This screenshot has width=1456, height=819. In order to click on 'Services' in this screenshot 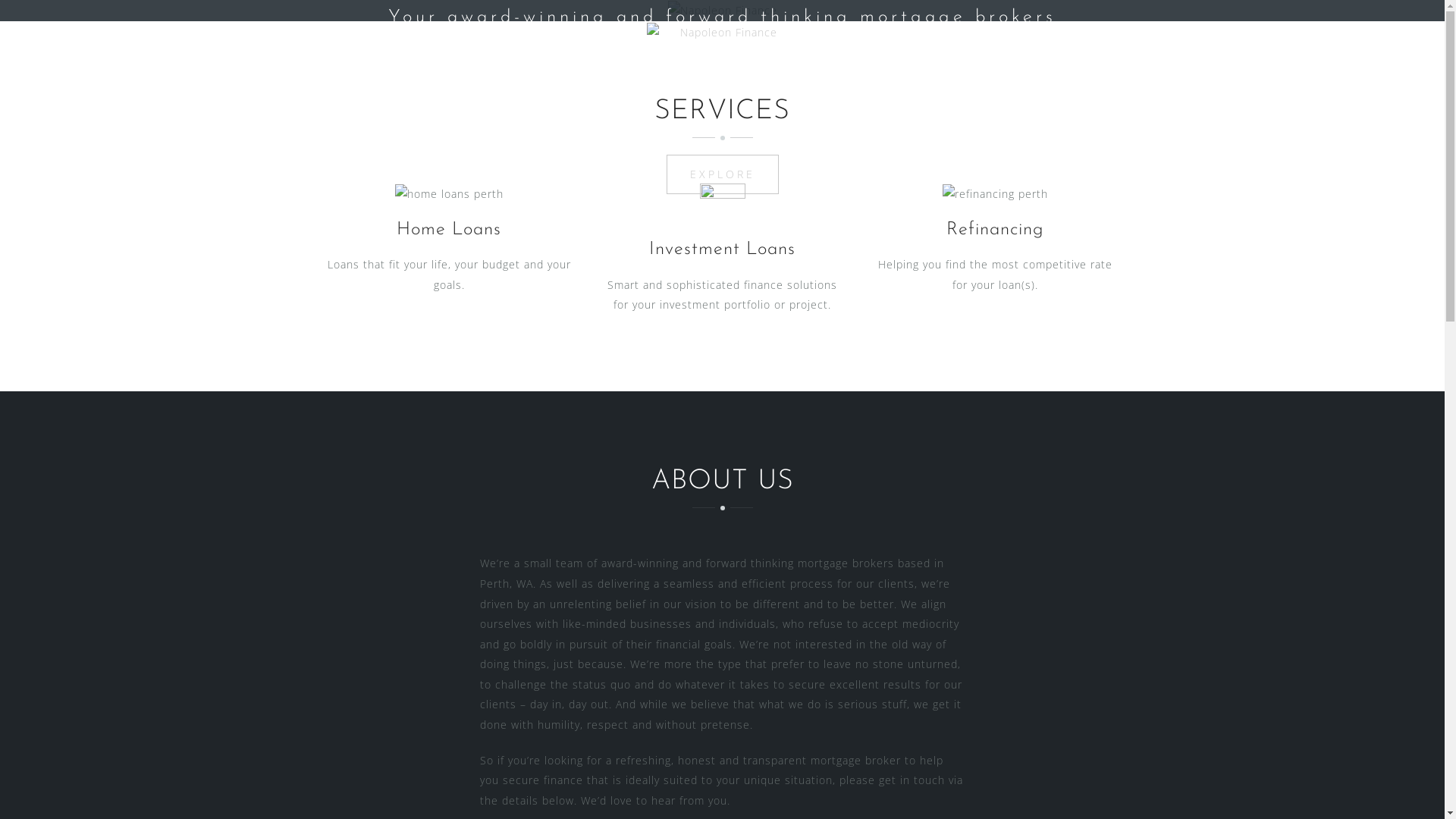, I will do `click(726, 79)`.